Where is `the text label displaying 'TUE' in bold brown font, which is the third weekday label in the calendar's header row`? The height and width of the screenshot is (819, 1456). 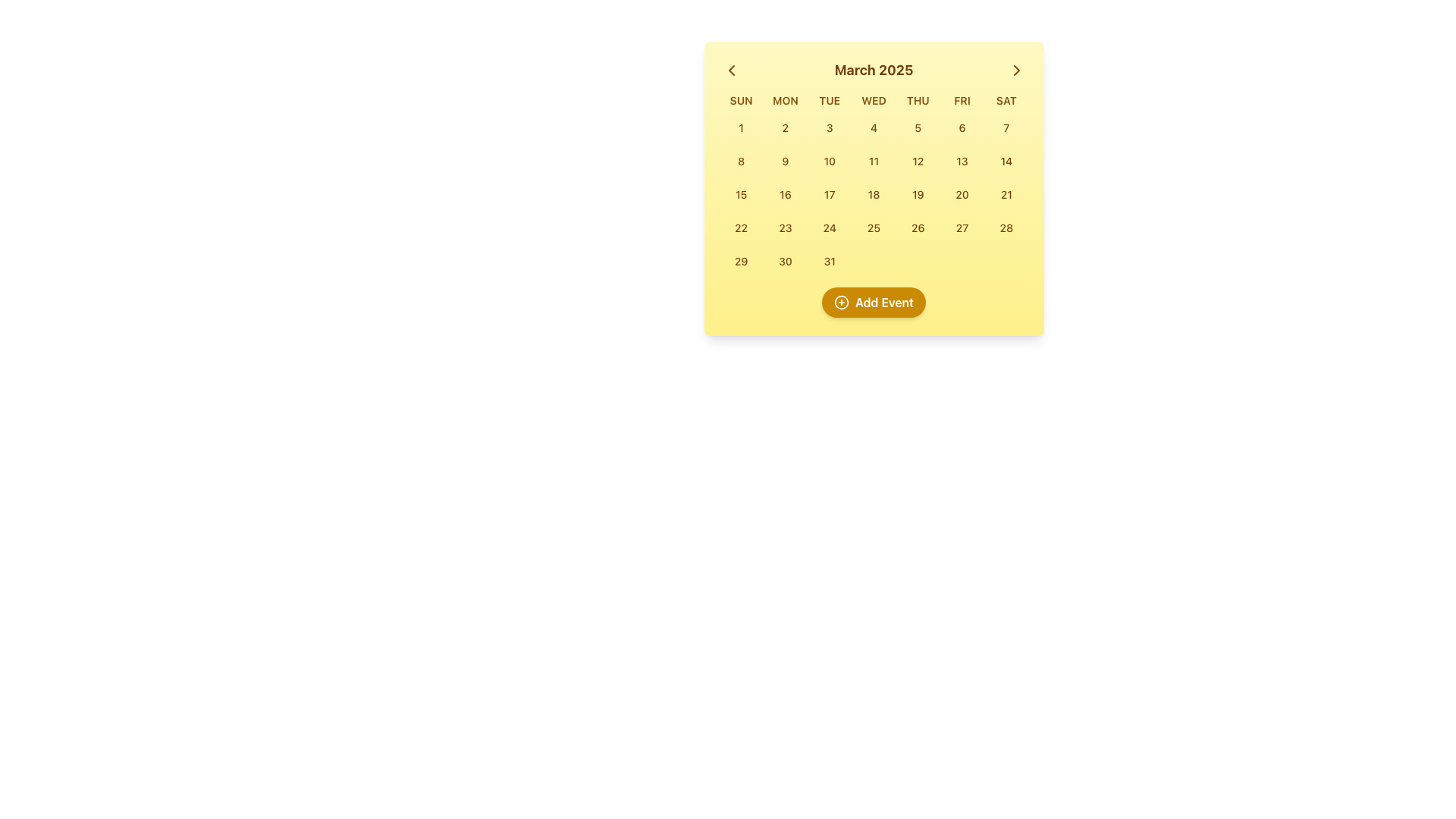 the text label displaying 'TUE' in bold brown font, which is the third weekday label in the calendar's header row is located at coordinates (829, 100).